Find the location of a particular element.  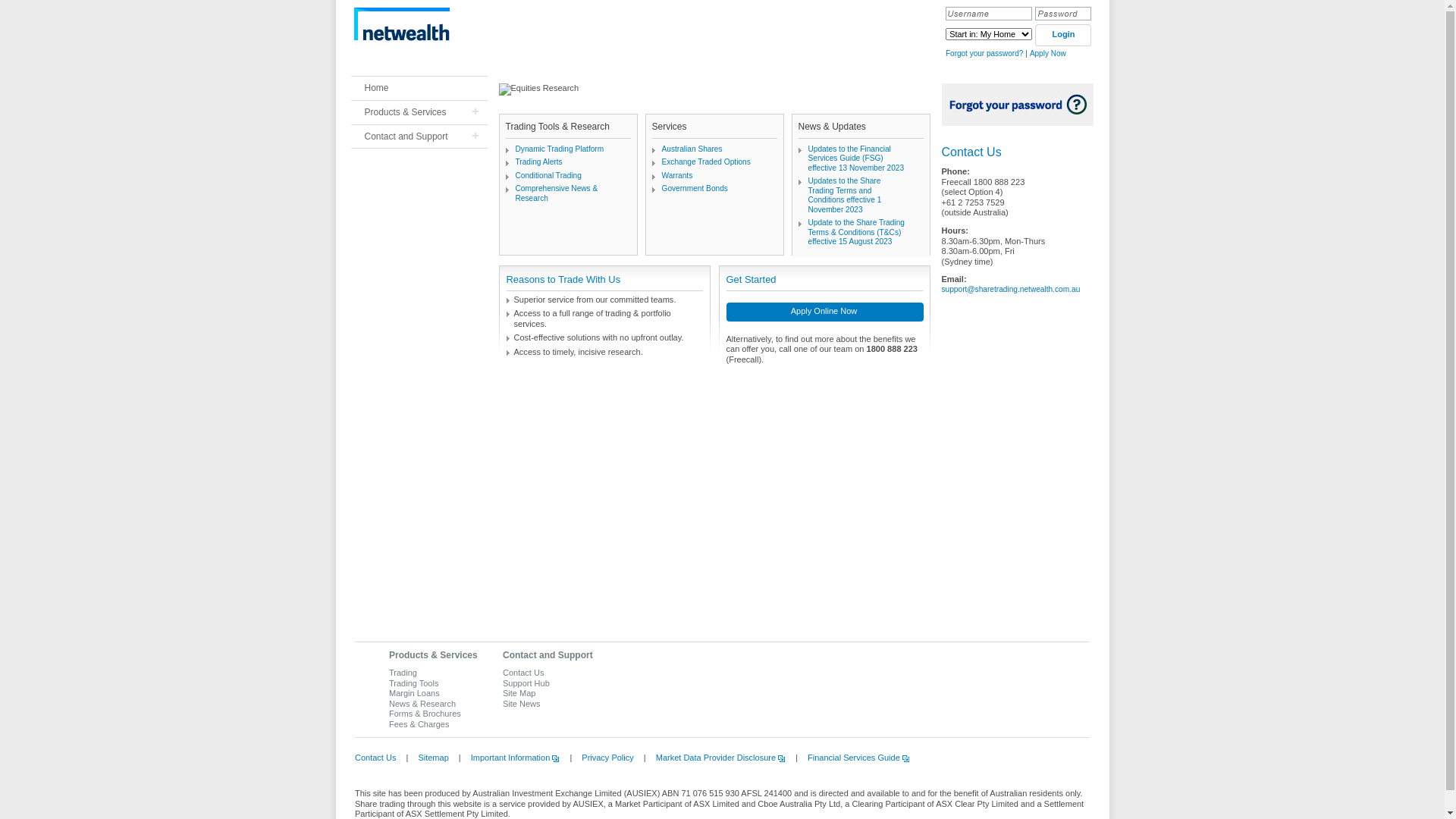

'Government Bonds' is located at coordinates (693, 187).